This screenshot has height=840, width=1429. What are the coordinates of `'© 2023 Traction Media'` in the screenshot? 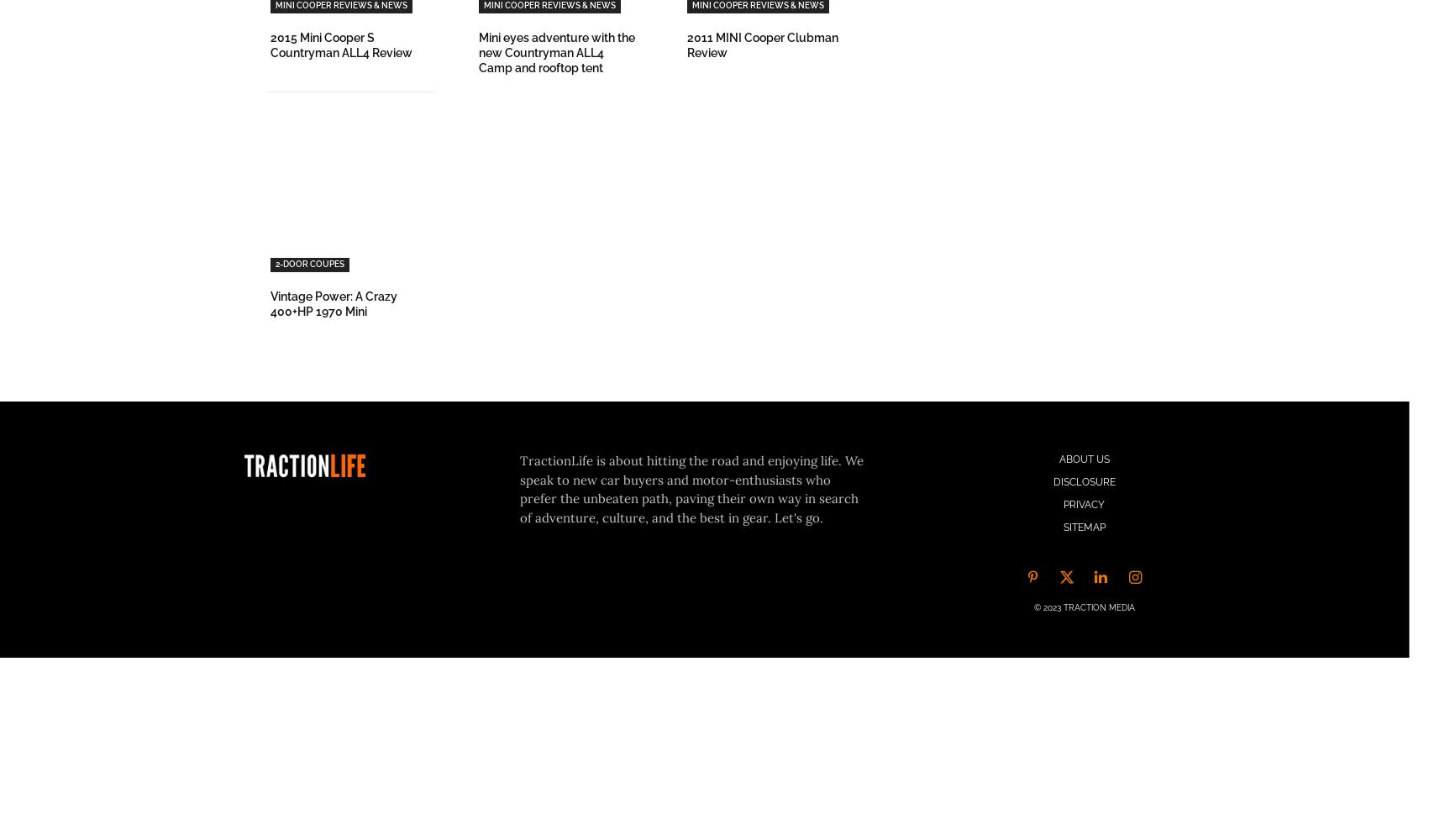 It's located at (1084, 606).